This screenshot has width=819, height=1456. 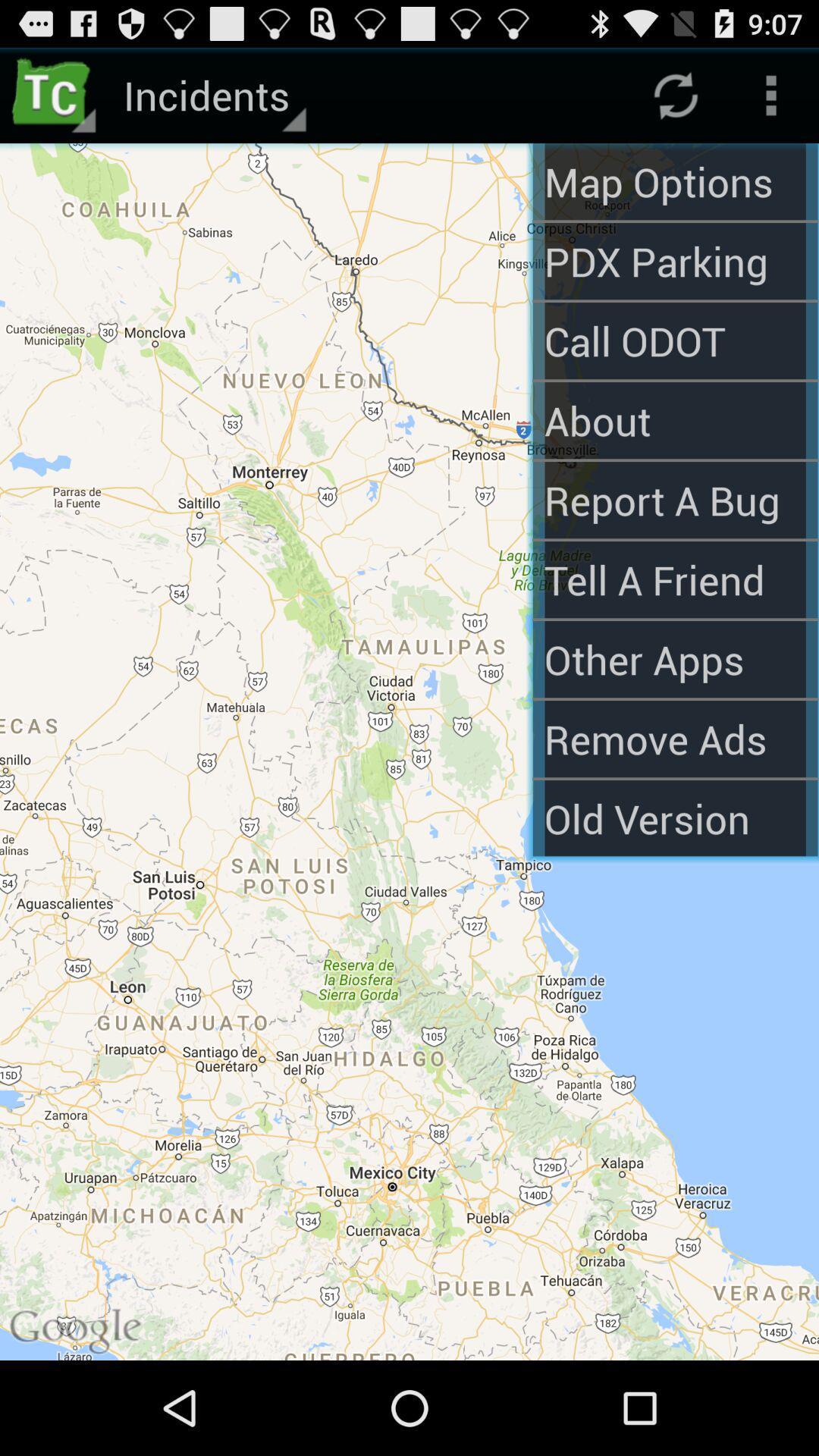 I want to click on other apps item, so click(x=674, y=659).